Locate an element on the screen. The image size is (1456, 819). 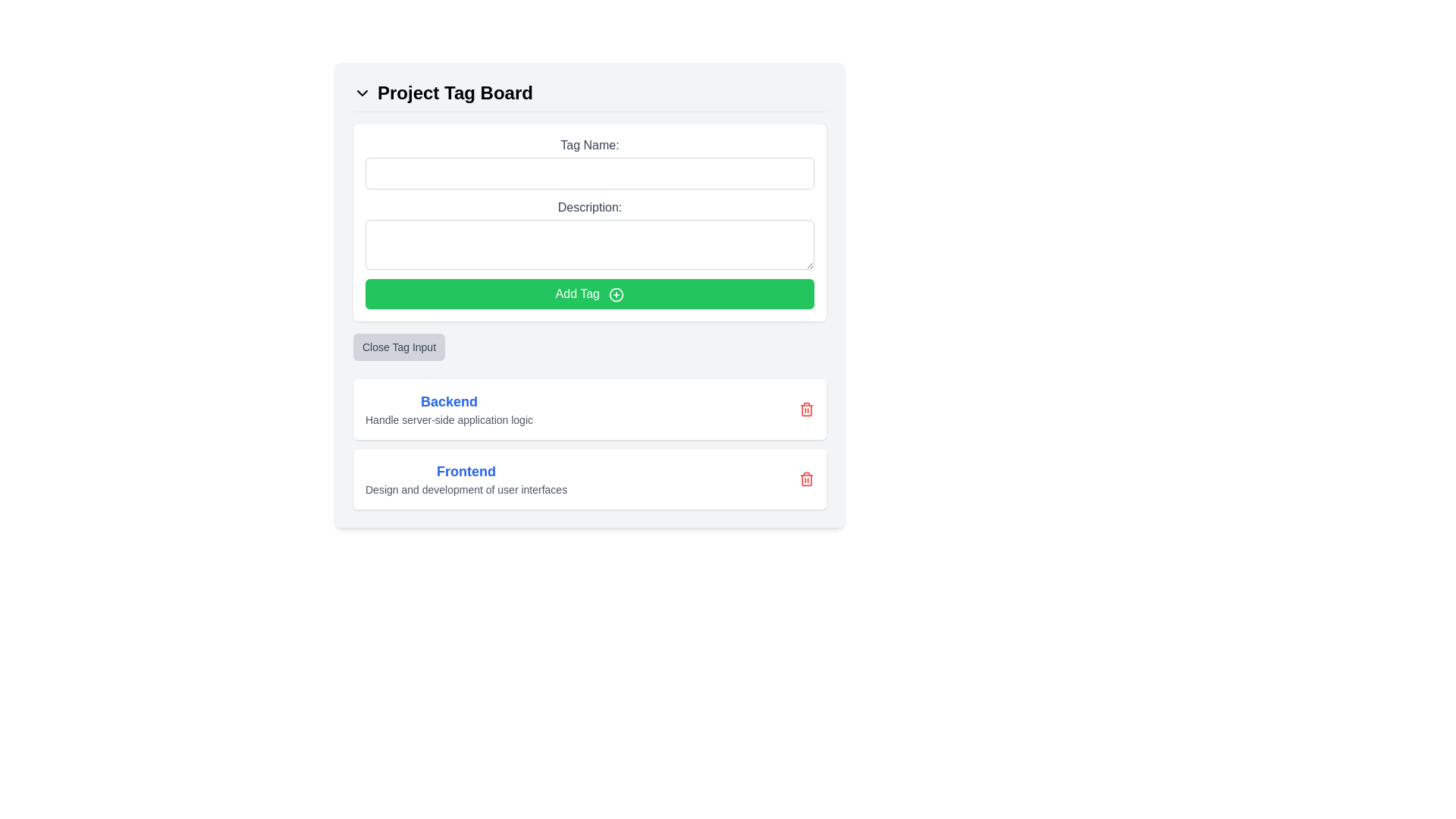
the Text label that serves as a header for backend-related functionalities, located above the descriptive text 'Handle server-side application logic' is located at coordinates (448, 400).